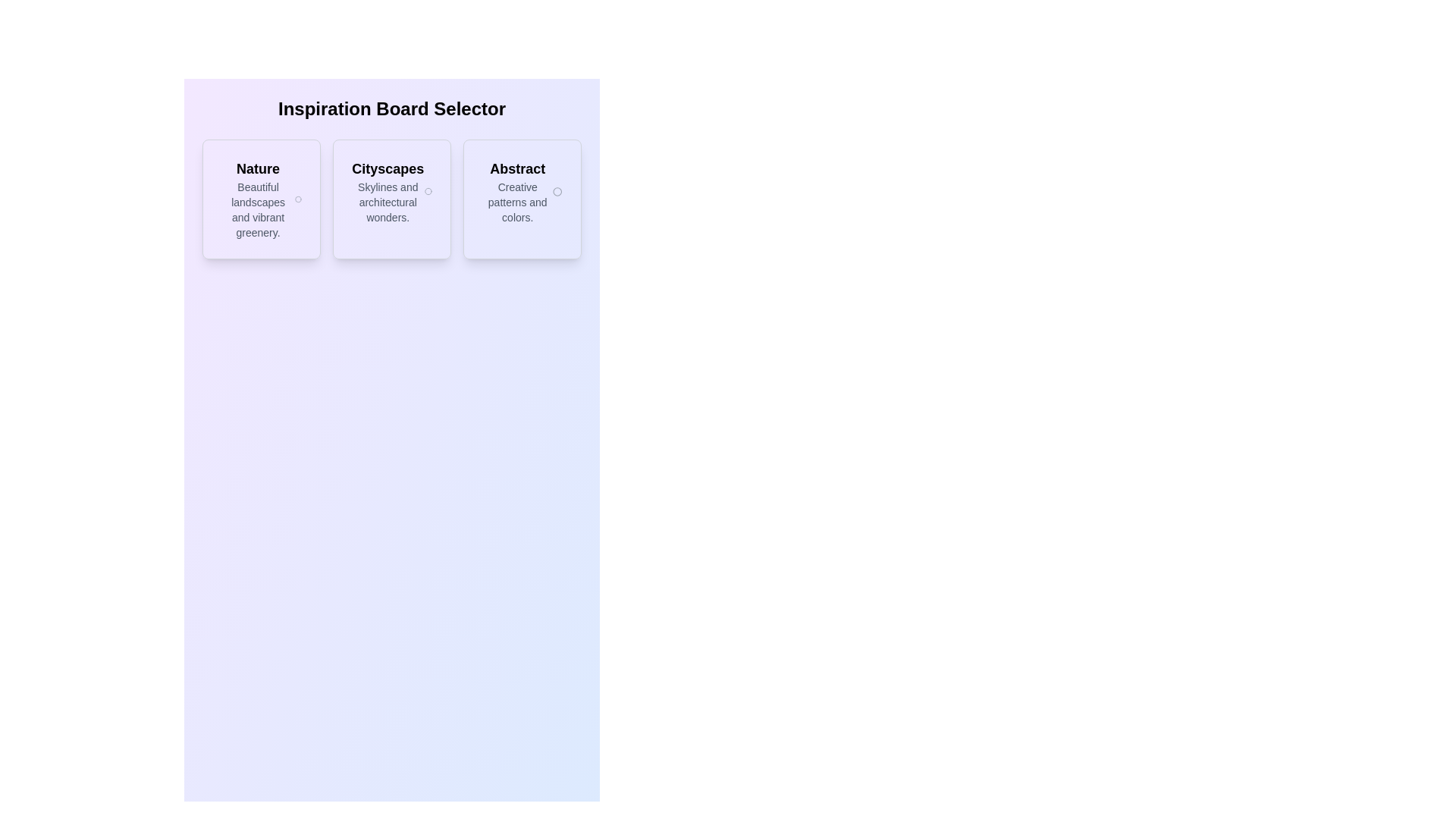 This screenshot has height=819, width=1456. What do you see at coordinates (258, 198) in the screenshot?
I see `the 'Nature' informational card located in the first column under the 'Inspiration Board Selector' title` at bounding box center [258, 198].